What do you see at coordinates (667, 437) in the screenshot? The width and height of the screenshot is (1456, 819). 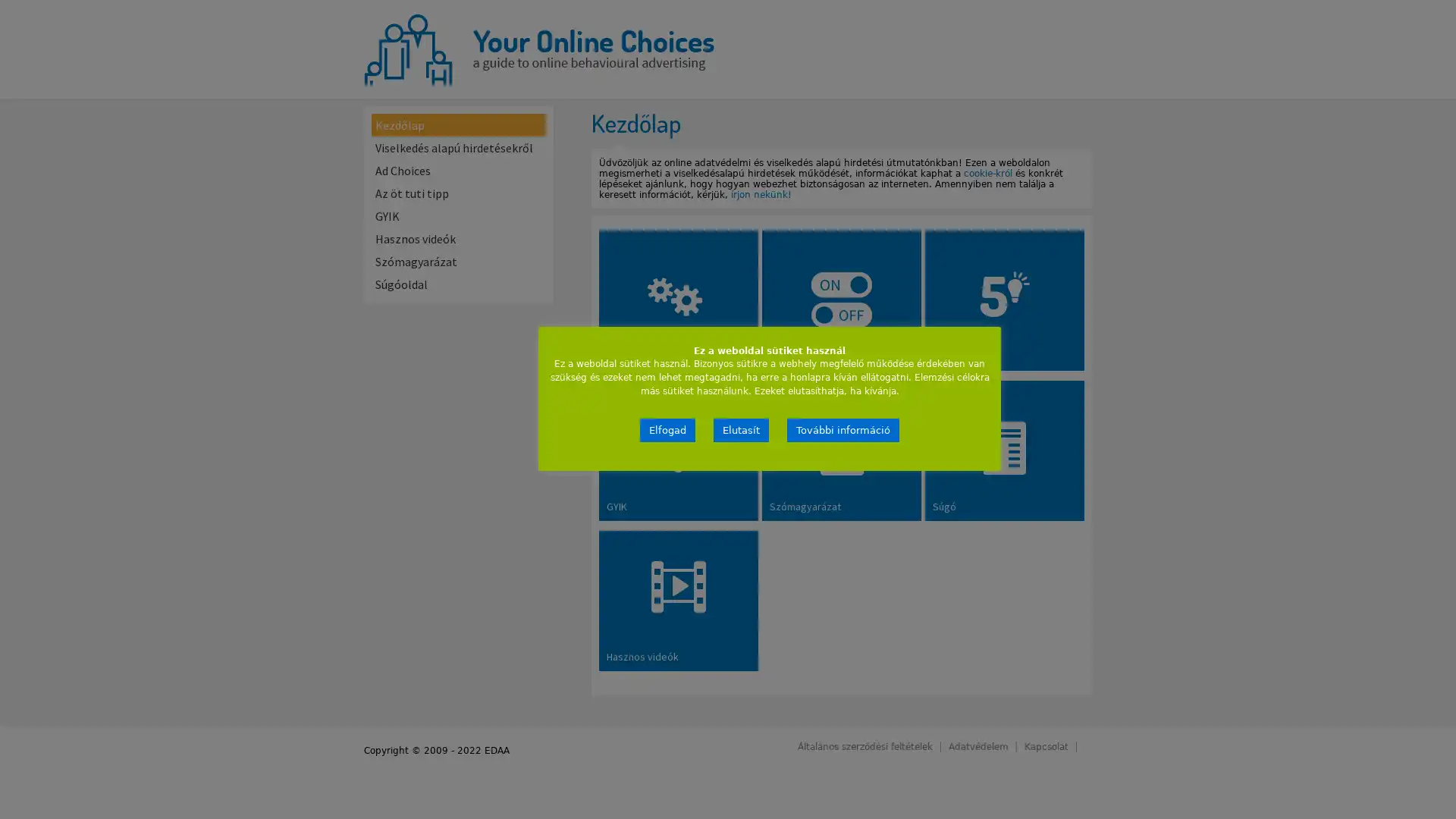 I see `Elfogad` at bounding box center [667, 437].